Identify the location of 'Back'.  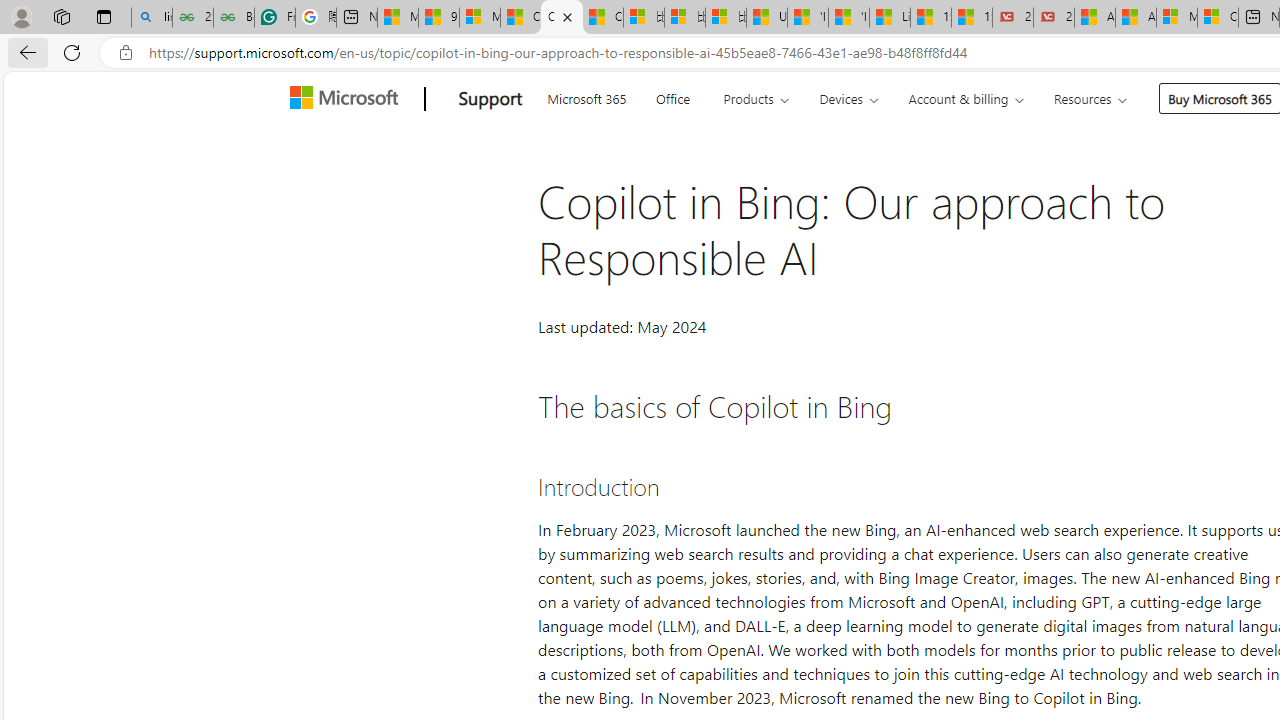
(24, 51).